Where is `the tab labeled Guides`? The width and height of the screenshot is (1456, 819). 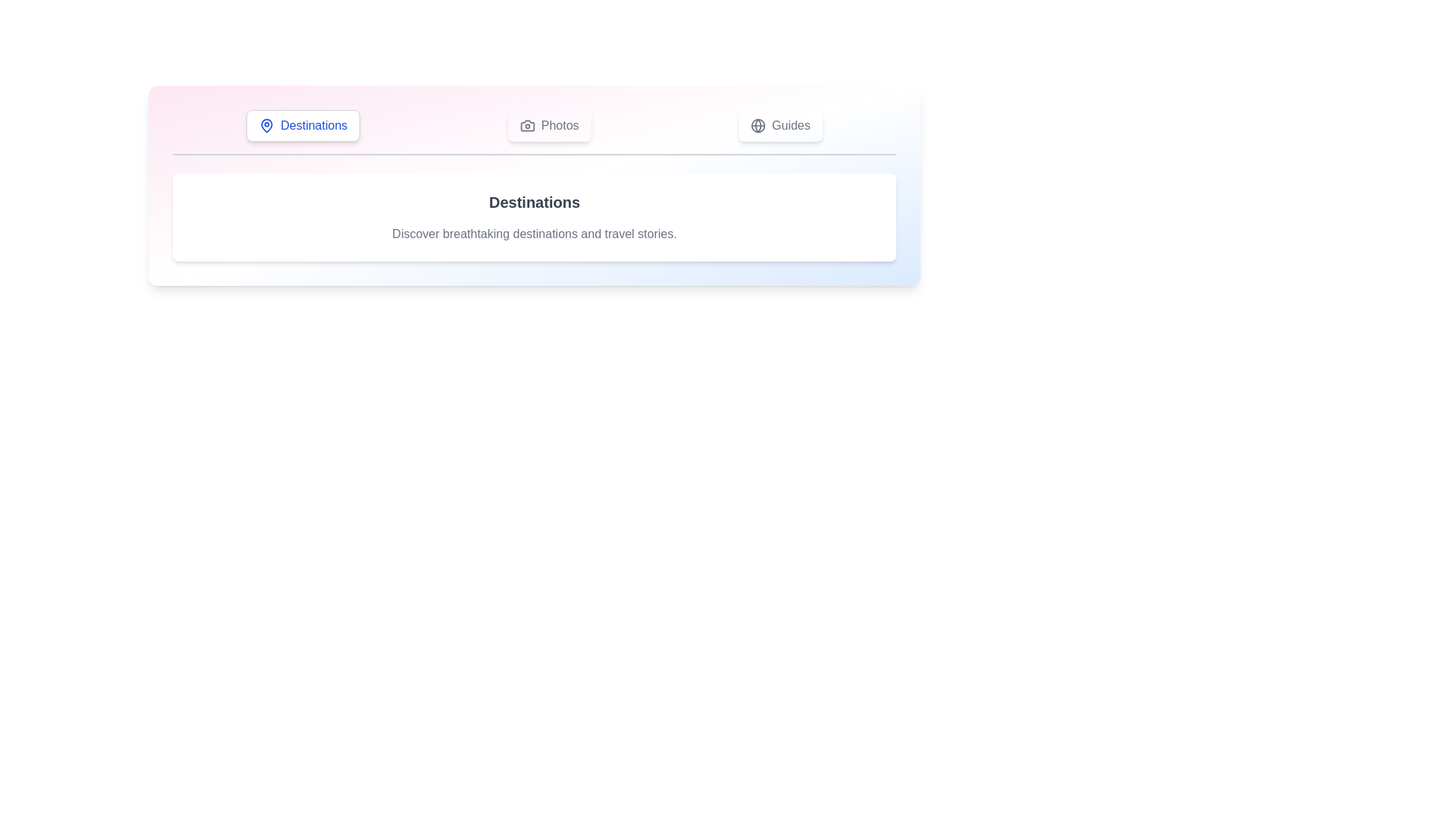 the tab labeled Guides is located at coordinates (780, 124).